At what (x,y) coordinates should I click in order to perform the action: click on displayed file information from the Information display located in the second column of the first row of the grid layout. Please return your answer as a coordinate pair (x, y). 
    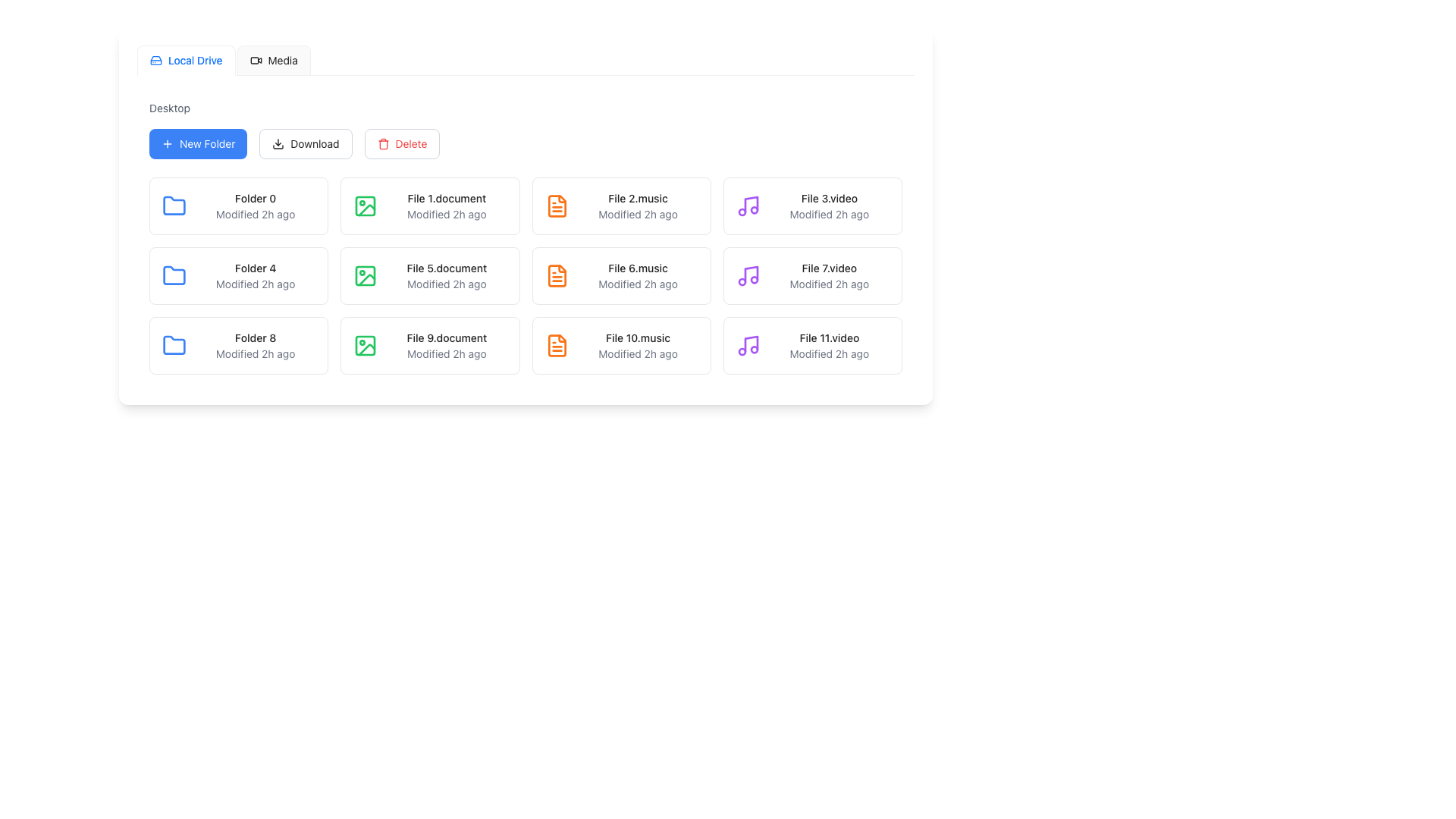
    Looking at the image, I should click on (638, 206).